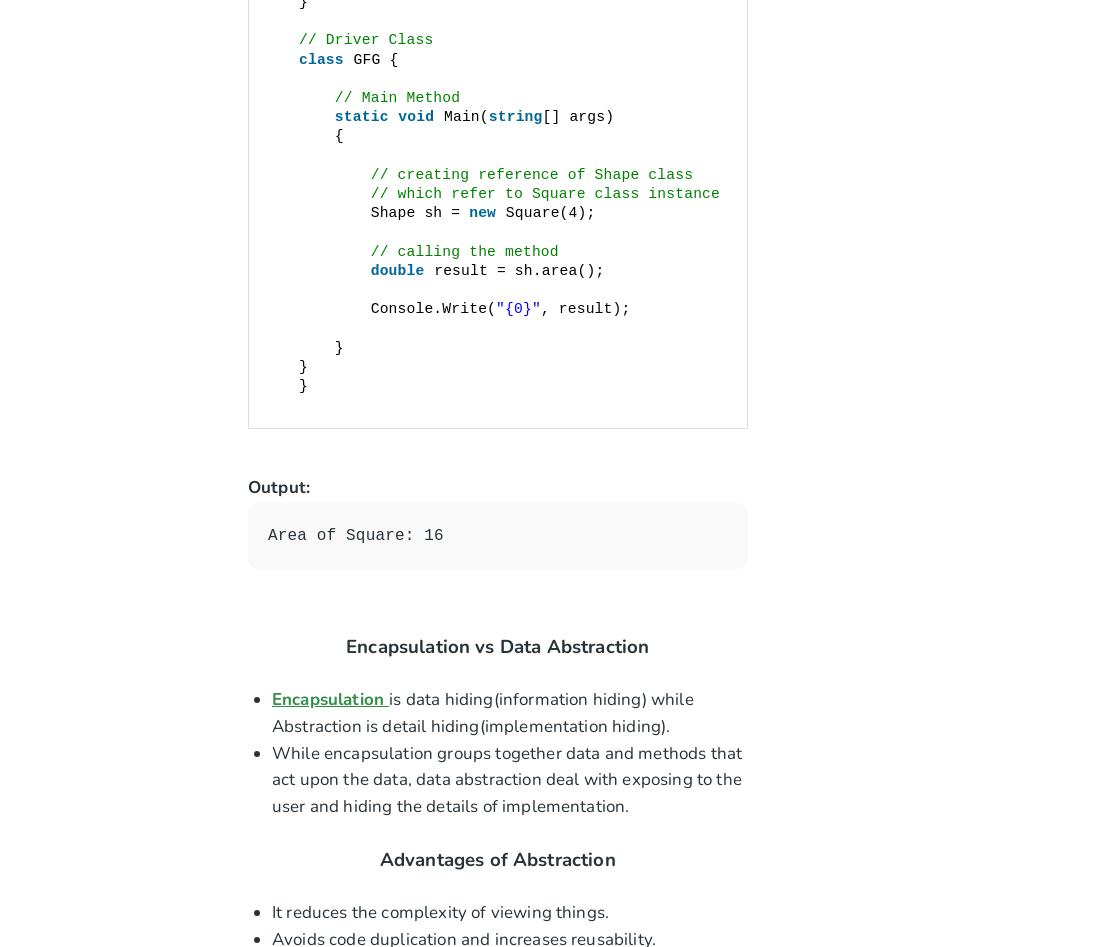 The height and width of the screenshot is (947, 1100). What do you see at coordinates (505, 212) in the screenshot?
I see `'Square(4);'` at bounding box center [505, 212].